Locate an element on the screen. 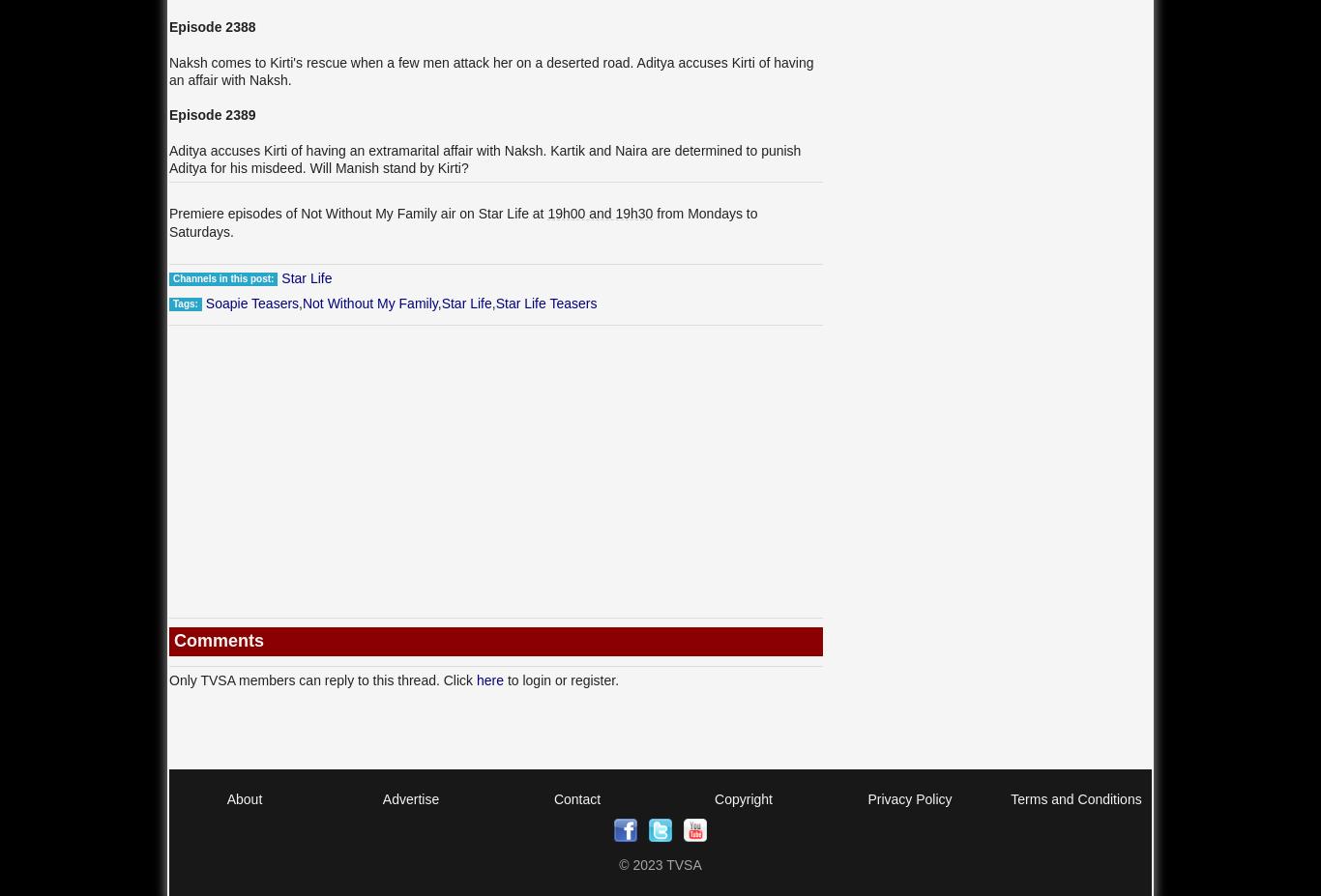 Image resolution: width=1321 pixels, height=896 pixels. '© 2023 TVSA' is located at coordinates (659, 863).